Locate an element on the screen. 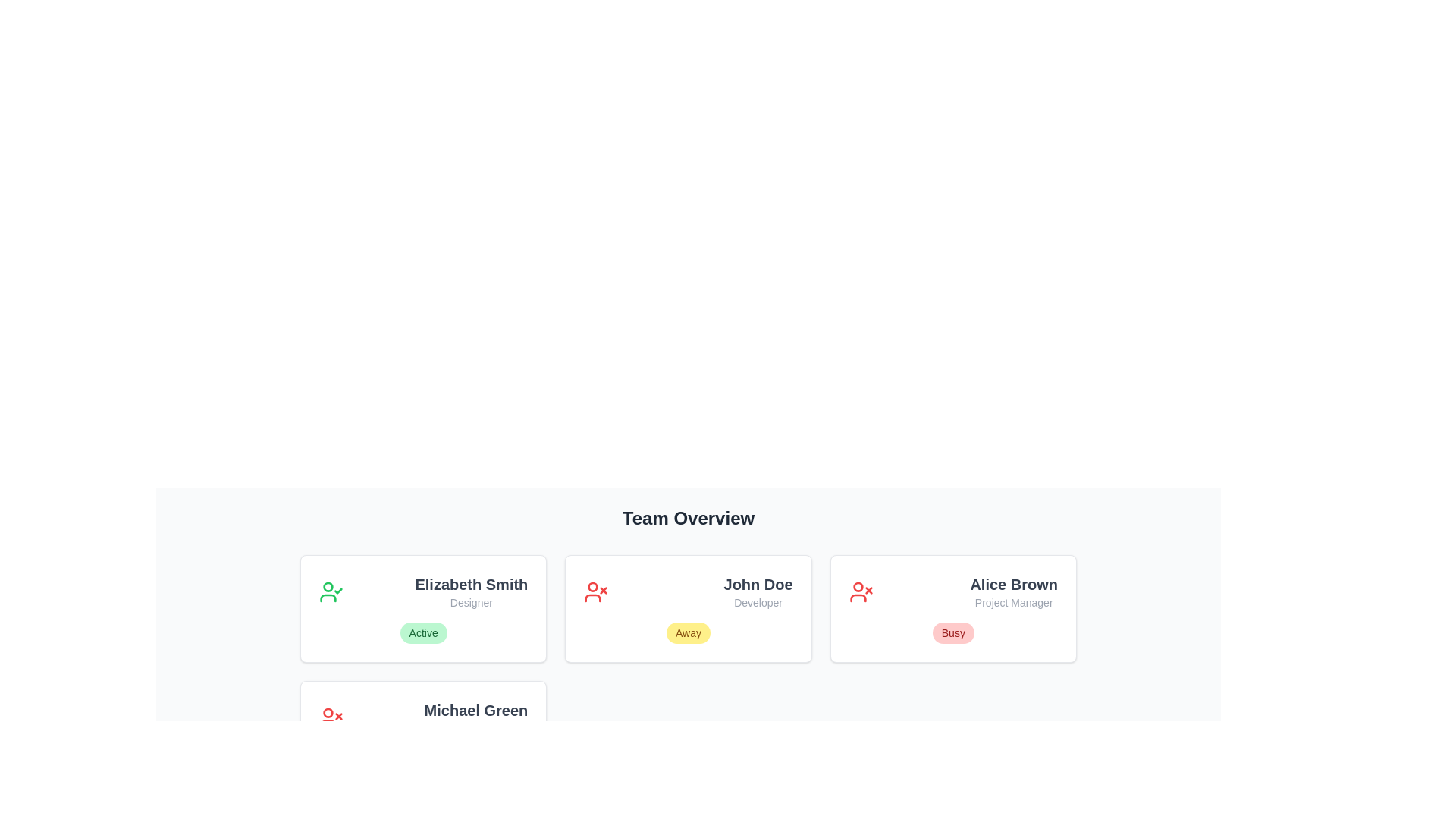 Image resolution: width=1456 pixels, height=819 pixels. the red user profile icon with an 'X' next to it, which is located to the left of the text 'Michael Green' and 'Tester' is located at coordinates (330, 717).